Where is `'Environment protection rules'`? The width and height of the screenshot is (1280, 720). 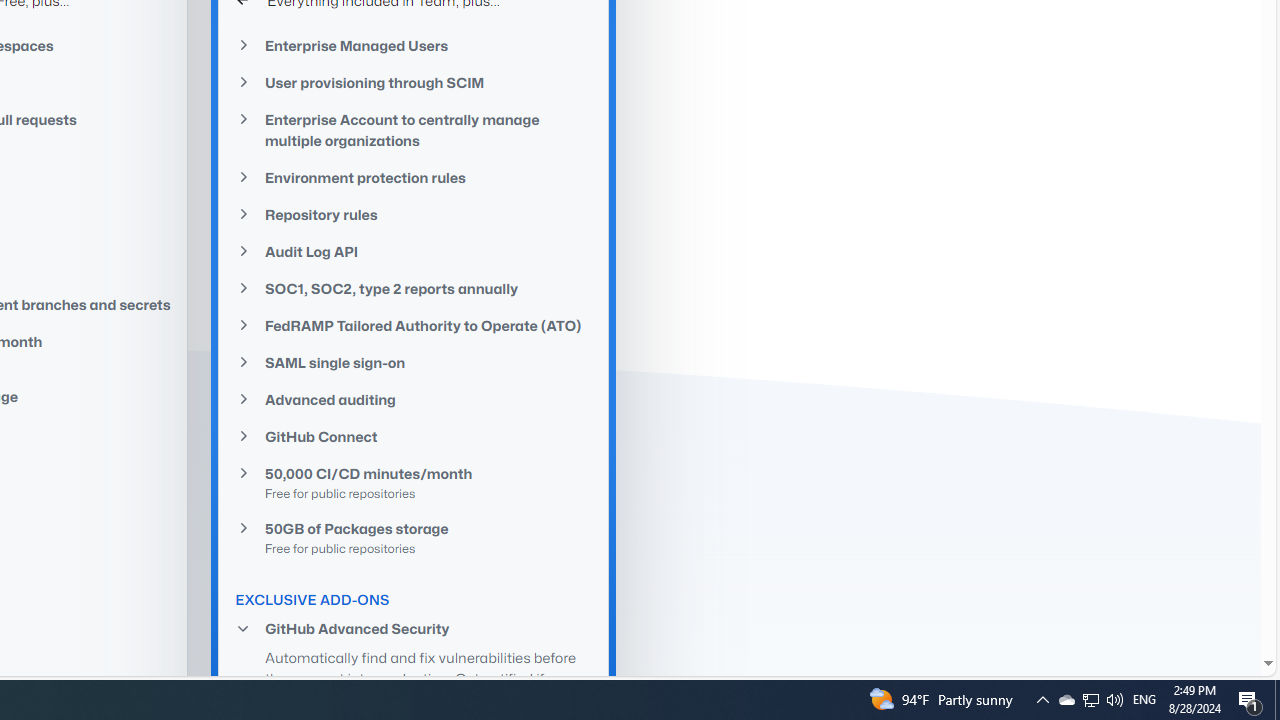
'Environment protection rules' is located at coordinates (413, 177).